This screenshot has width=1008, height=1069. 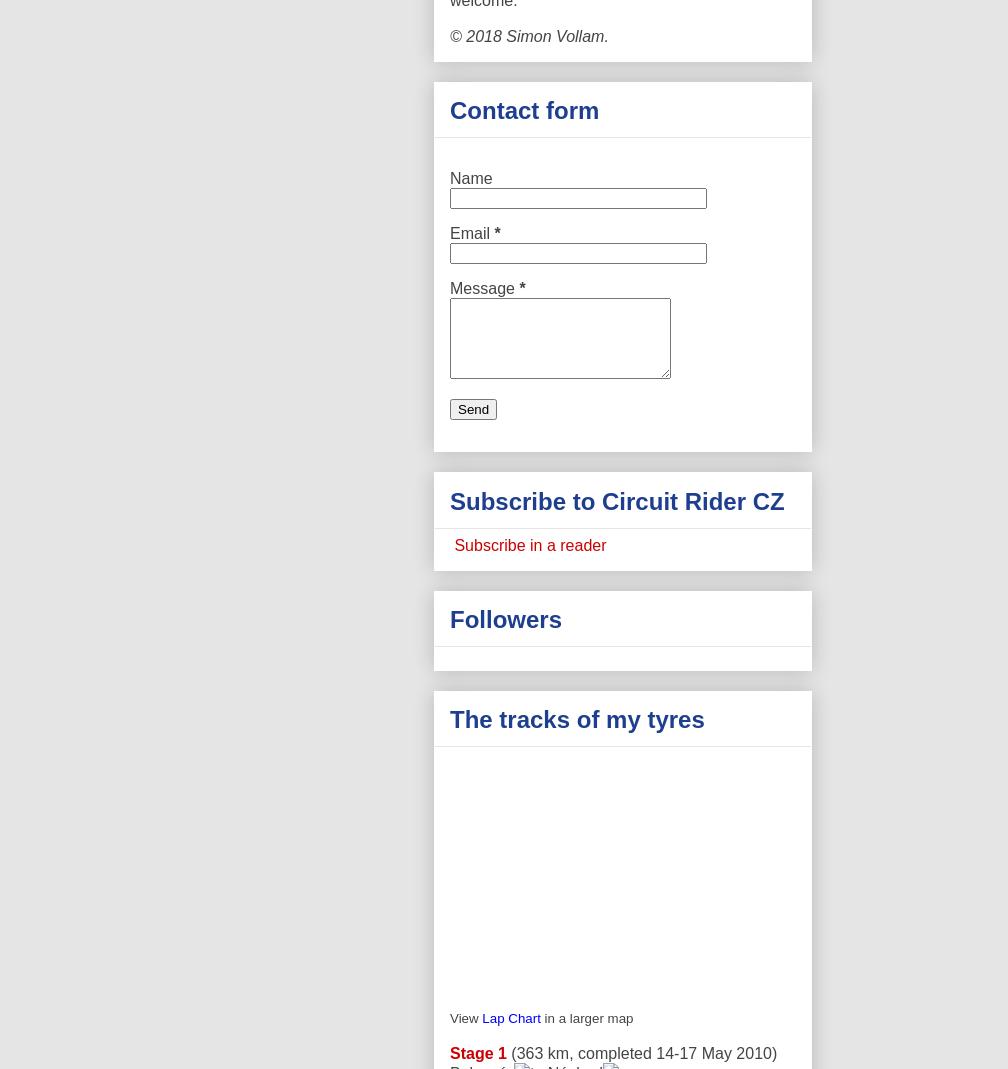 I want to click on 'The tracks of my tyres', so click(x=576, y=718).